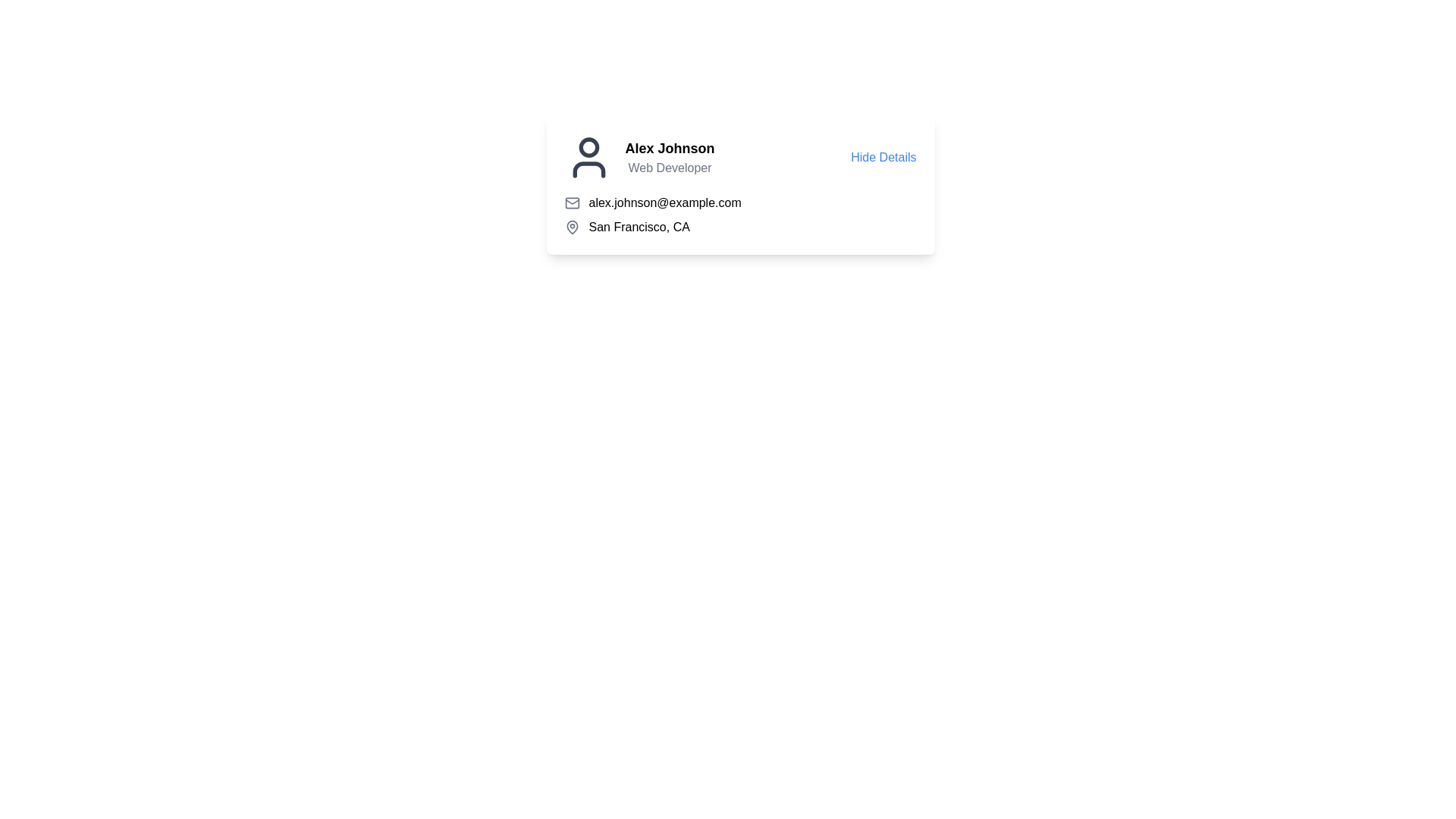 This screenshot has height=819, width=1456. I want to click on the Text label displaying 'Web Developer', which is styled in light gray and located below 'Alex Johnson' within the card layout, so click(669, 168).